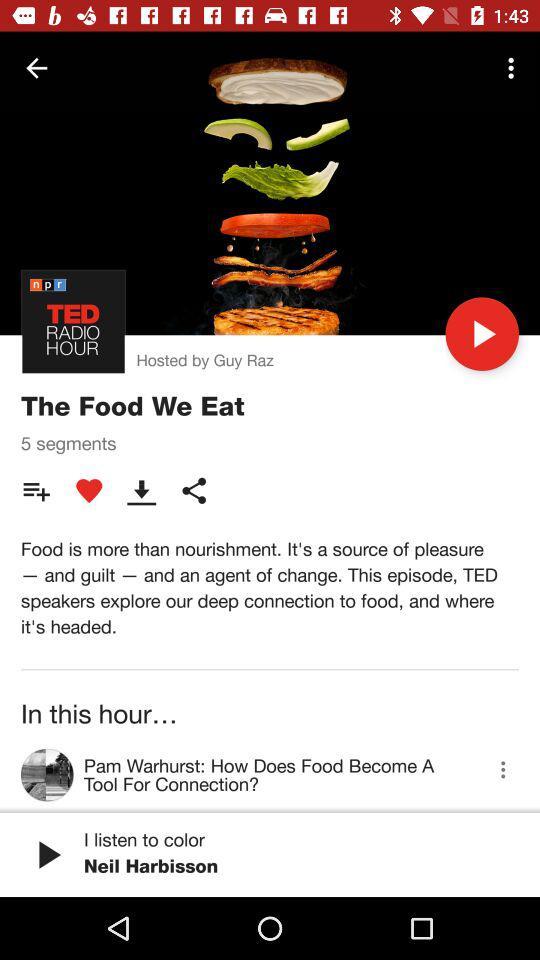  What do you see at coordinates (36, 68) in the screenshot?
I see `icon at the top left corner` at bounding box center [36, 68].